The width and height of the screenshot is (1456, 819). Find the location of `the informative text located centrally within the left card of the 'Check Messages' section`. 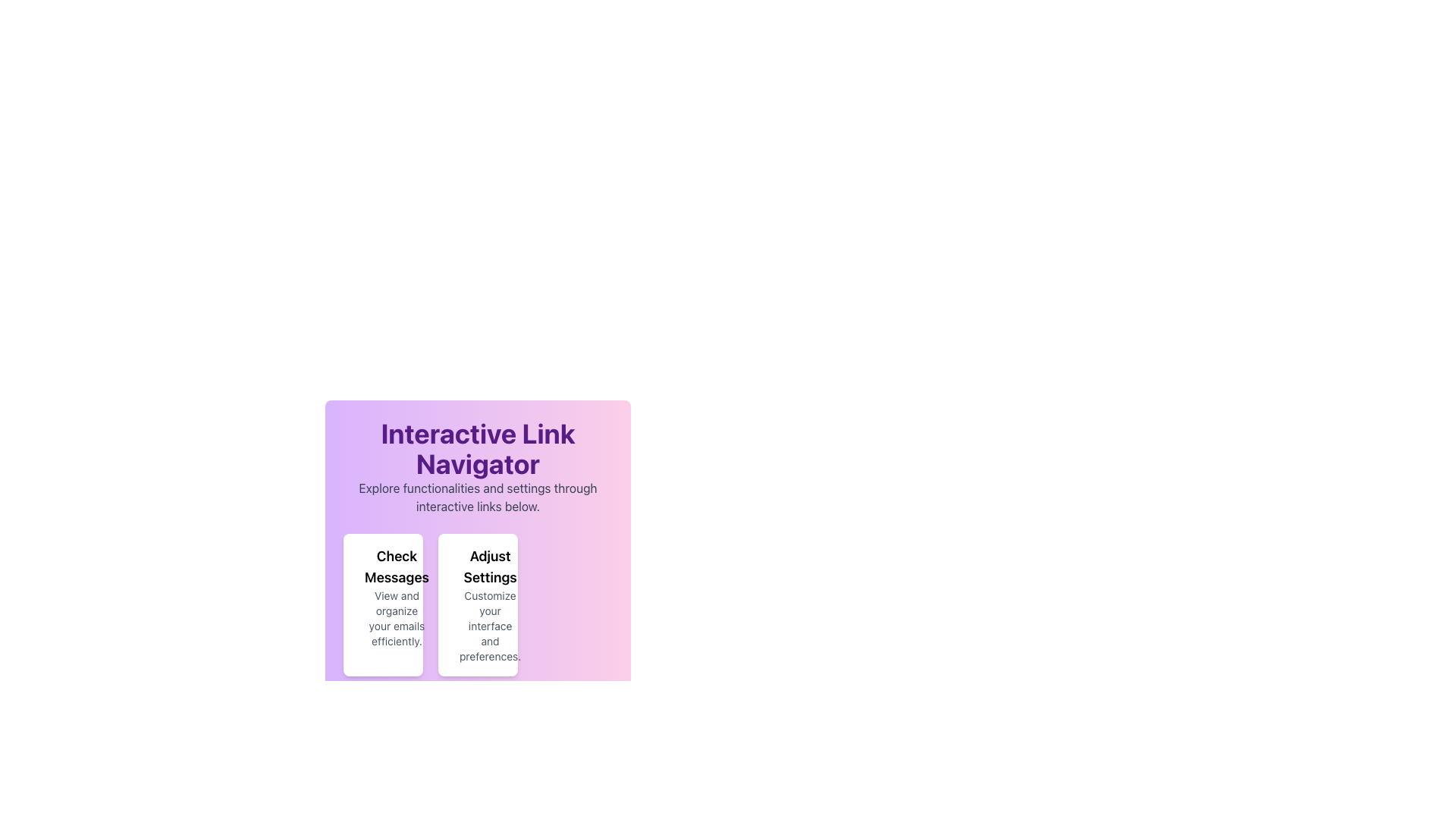

the informative text located centrally within the left card of the 'Check Messages' section is located at coordinates (383, 604).